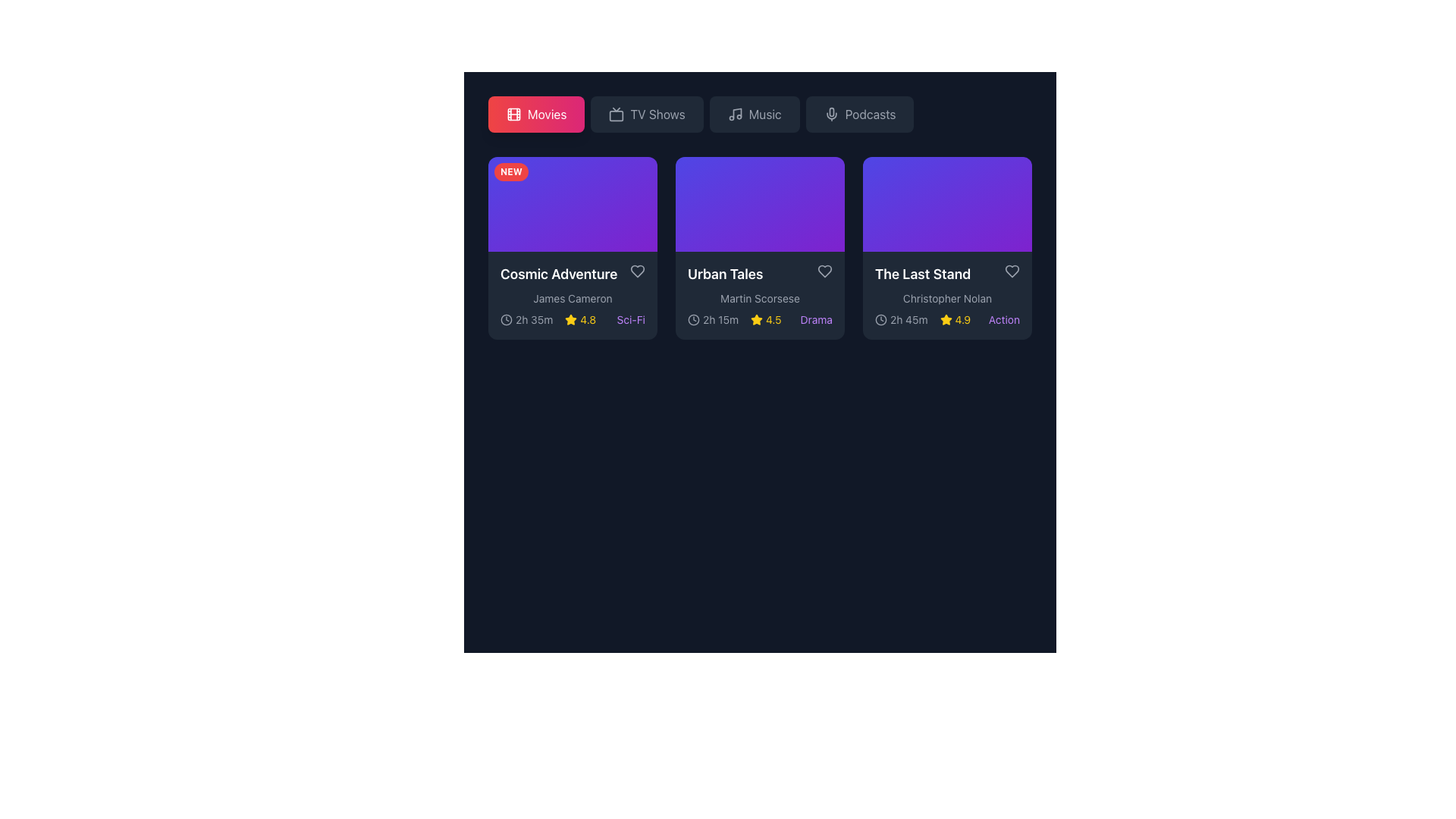 This screenshot has width=1456, height=819. Describe the element at coordinates (760, 296) in the screenshot. I see `the informational card displaying details about the movie 'Urban Tales', which is the second card in a horizontal collection of movie cards` at that location.